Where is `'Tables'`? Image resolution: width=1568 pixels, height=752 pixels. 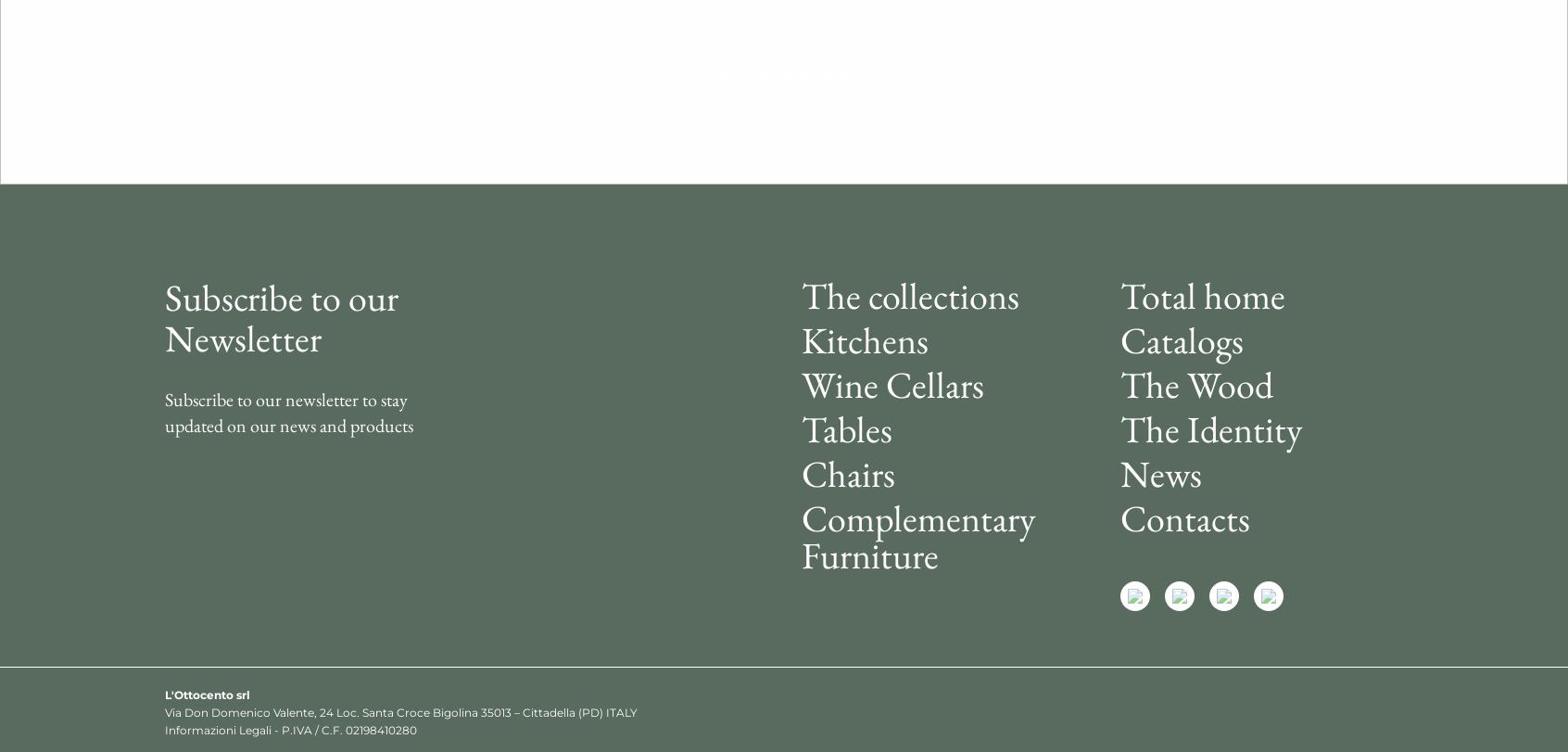
'Tables' is located at coordinates (846, 427).